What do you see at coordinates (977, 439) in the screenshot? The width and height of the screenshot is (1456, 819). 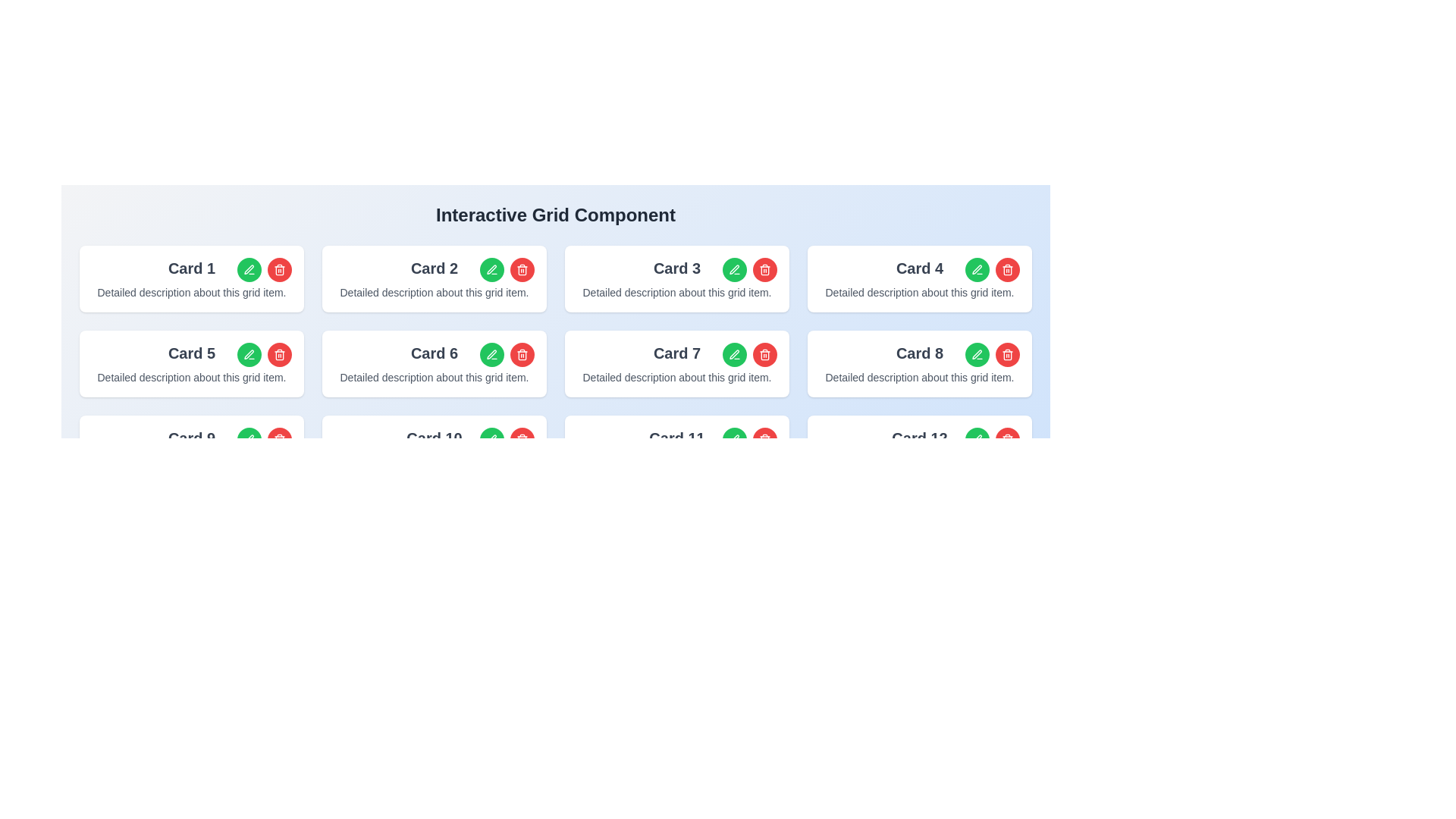 I see `the pen/edit icon located at the top-right corner of 'Card 8'` at bounding box center [977, 439].